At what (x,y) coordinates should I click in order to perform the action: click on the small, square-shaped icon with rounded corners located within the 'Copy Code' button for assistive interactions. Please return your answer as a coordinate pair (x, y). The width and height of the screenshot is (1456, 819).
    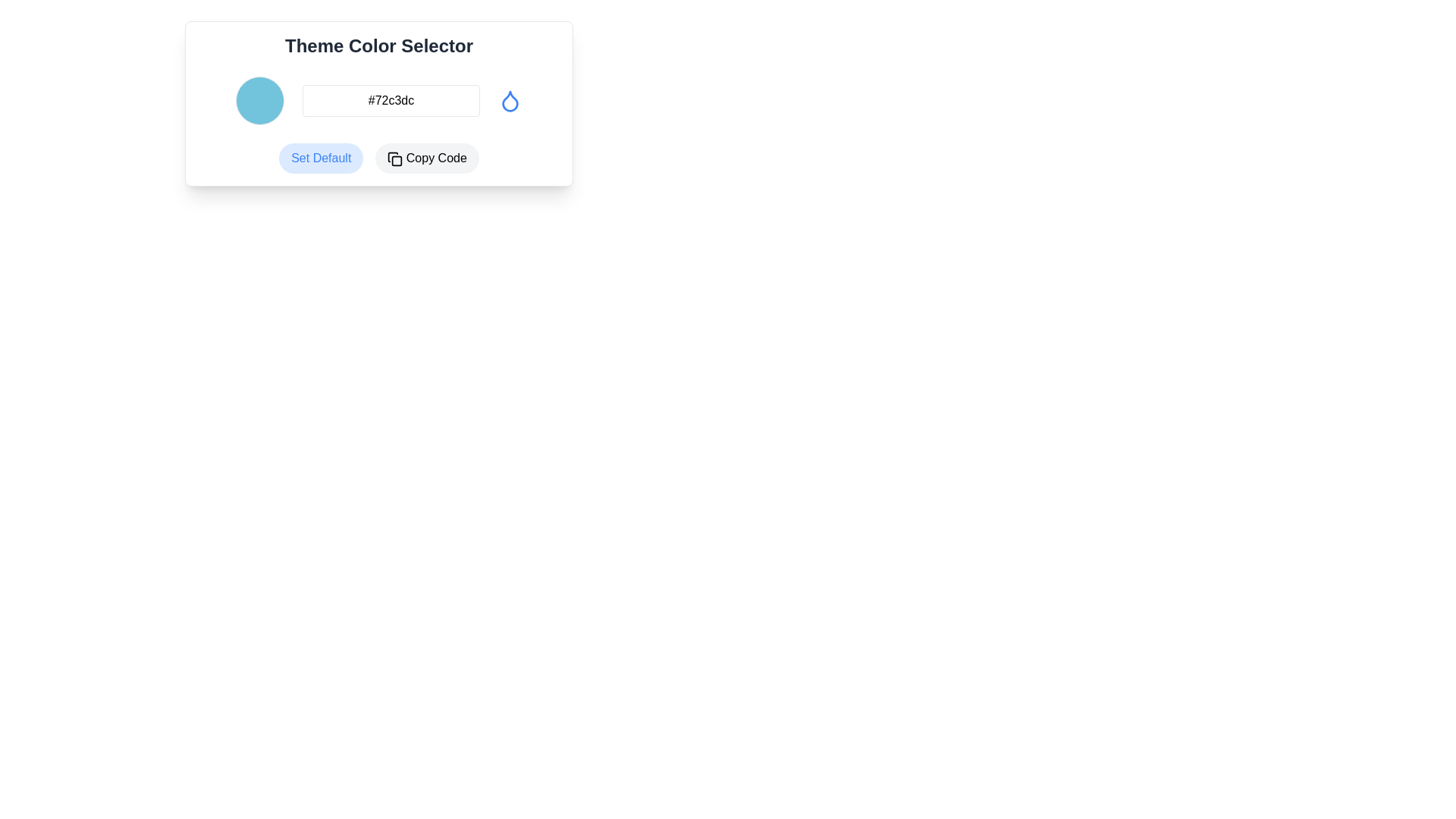
    Looking at the image, I should click on (397, 161).